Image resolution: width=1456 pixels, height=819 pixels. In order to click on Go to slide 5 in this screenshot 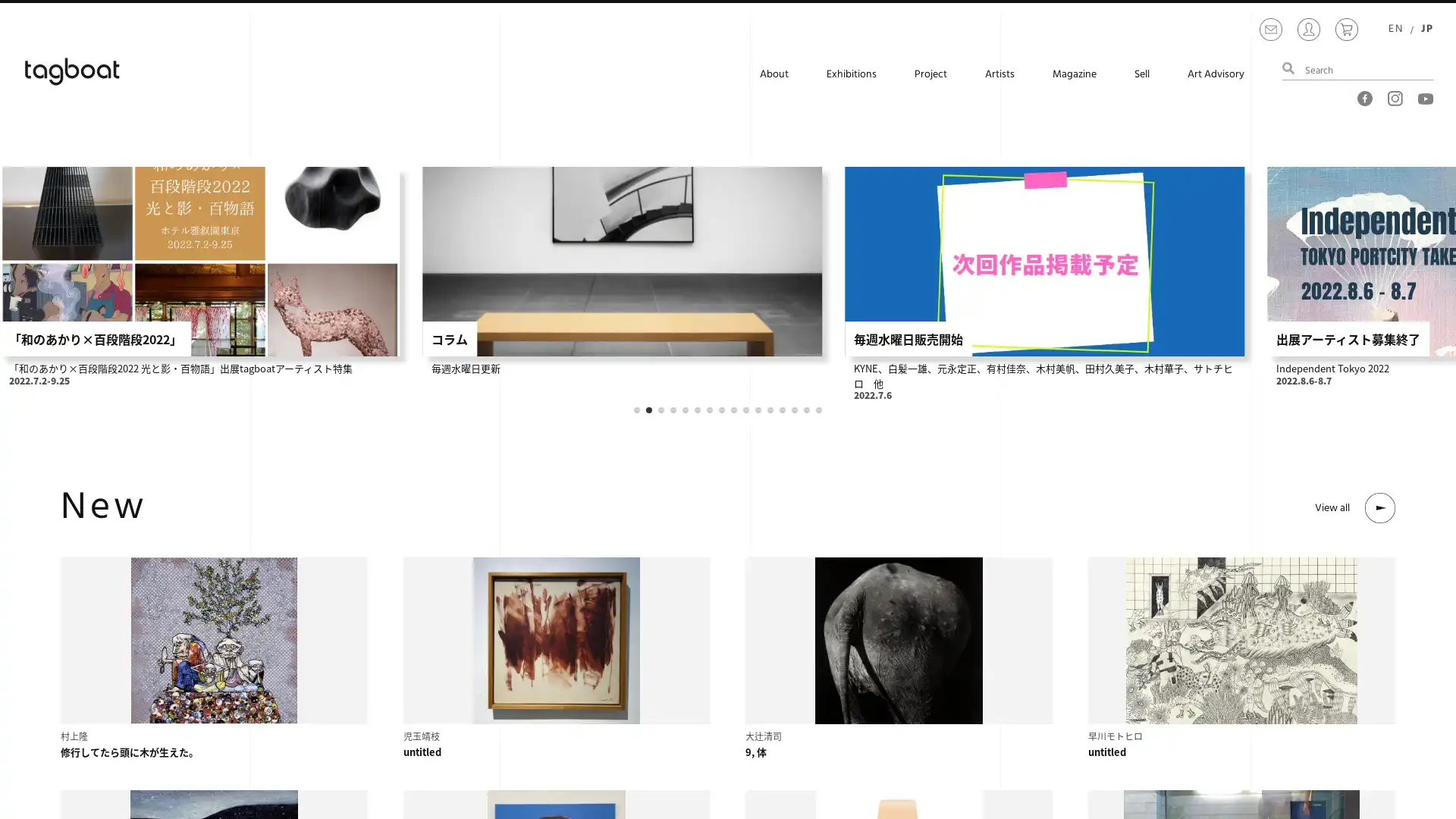, I will do `click(684, 409)`.